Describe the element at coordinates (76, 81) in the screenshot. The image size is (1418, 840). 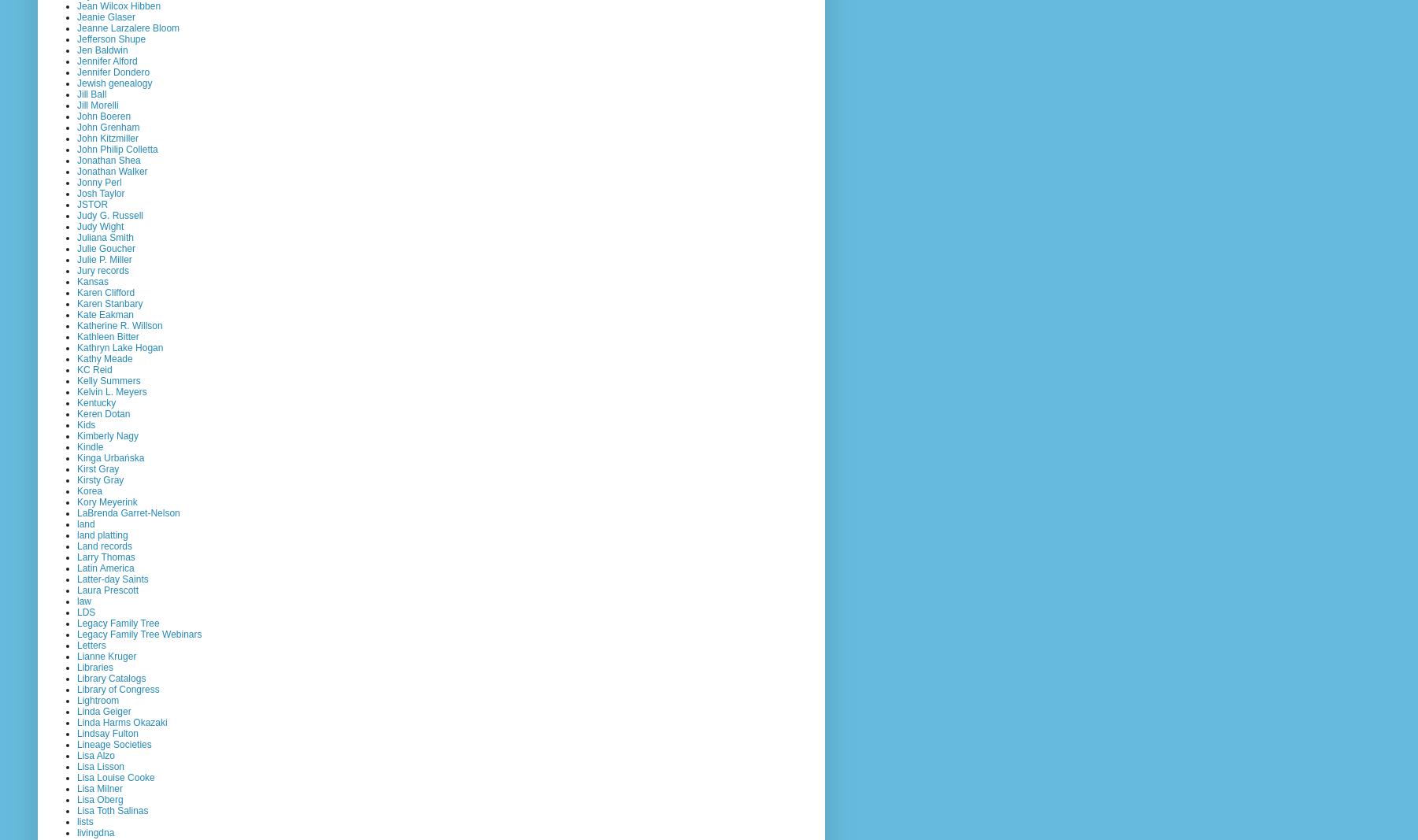
I see `'Jewish genealogy'` at that location.